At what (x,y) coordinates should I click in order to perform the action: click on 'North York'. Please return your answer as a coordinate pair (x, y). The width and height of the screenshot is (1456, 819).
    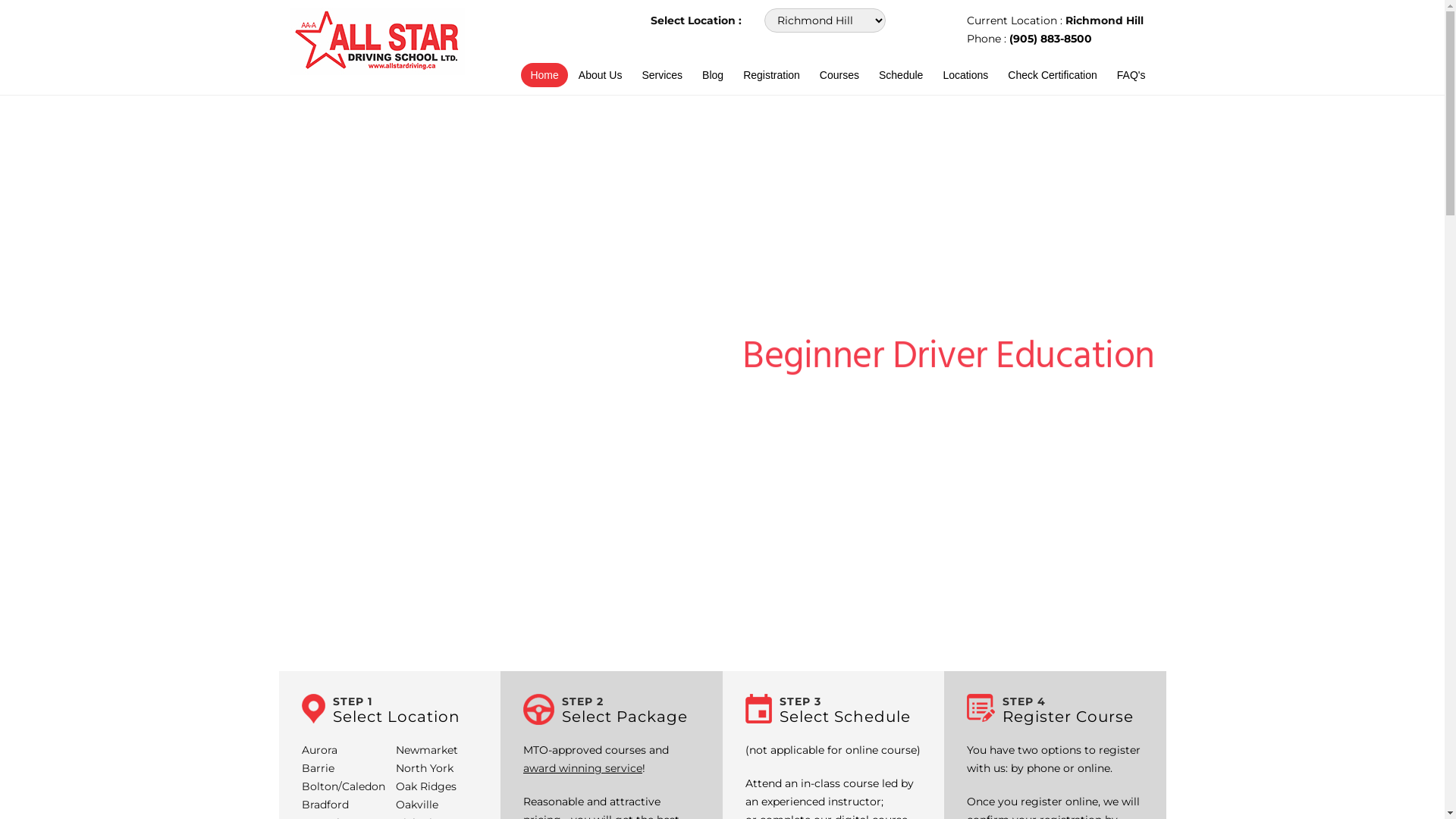
    Looking at the image, I should click on (425, 768).